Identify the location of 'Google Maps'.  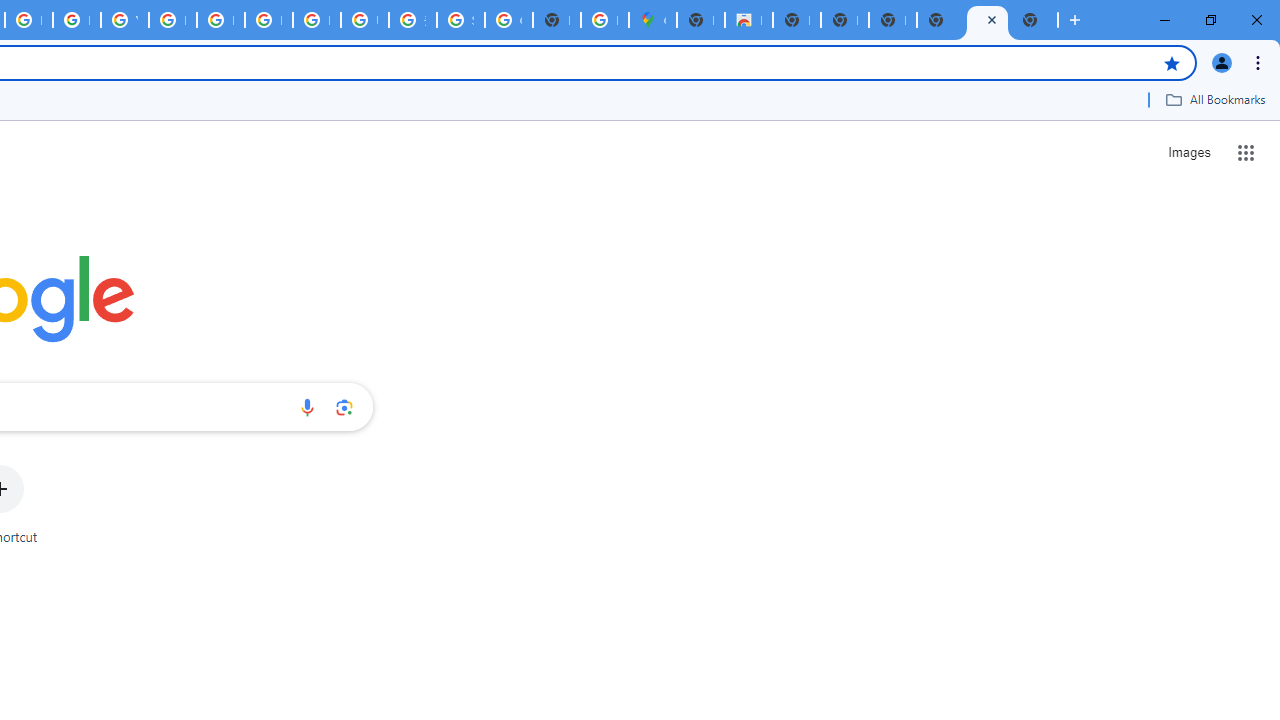
(652, 20).